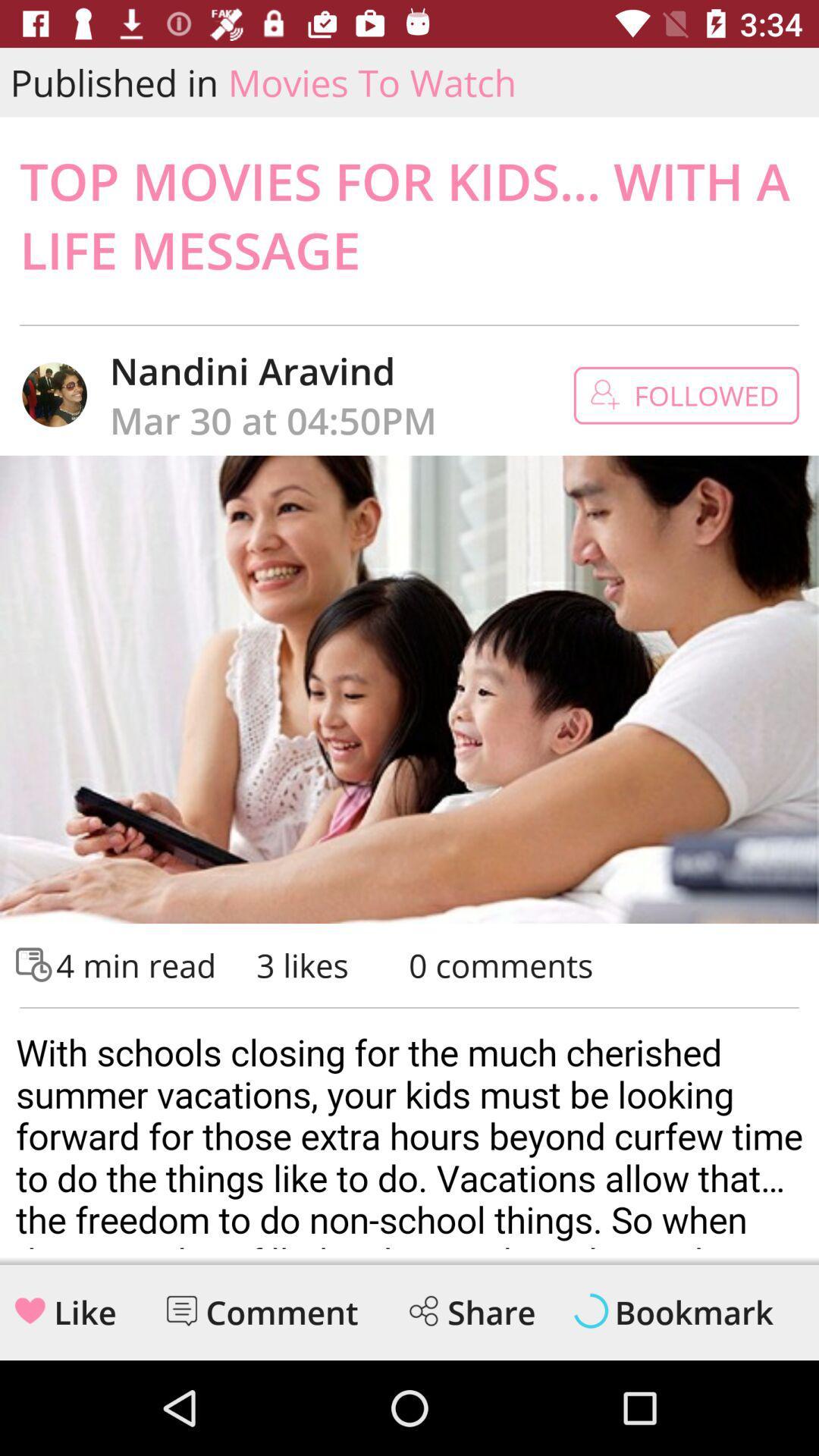  I want to click on text bookmark, so click(694, 1312).